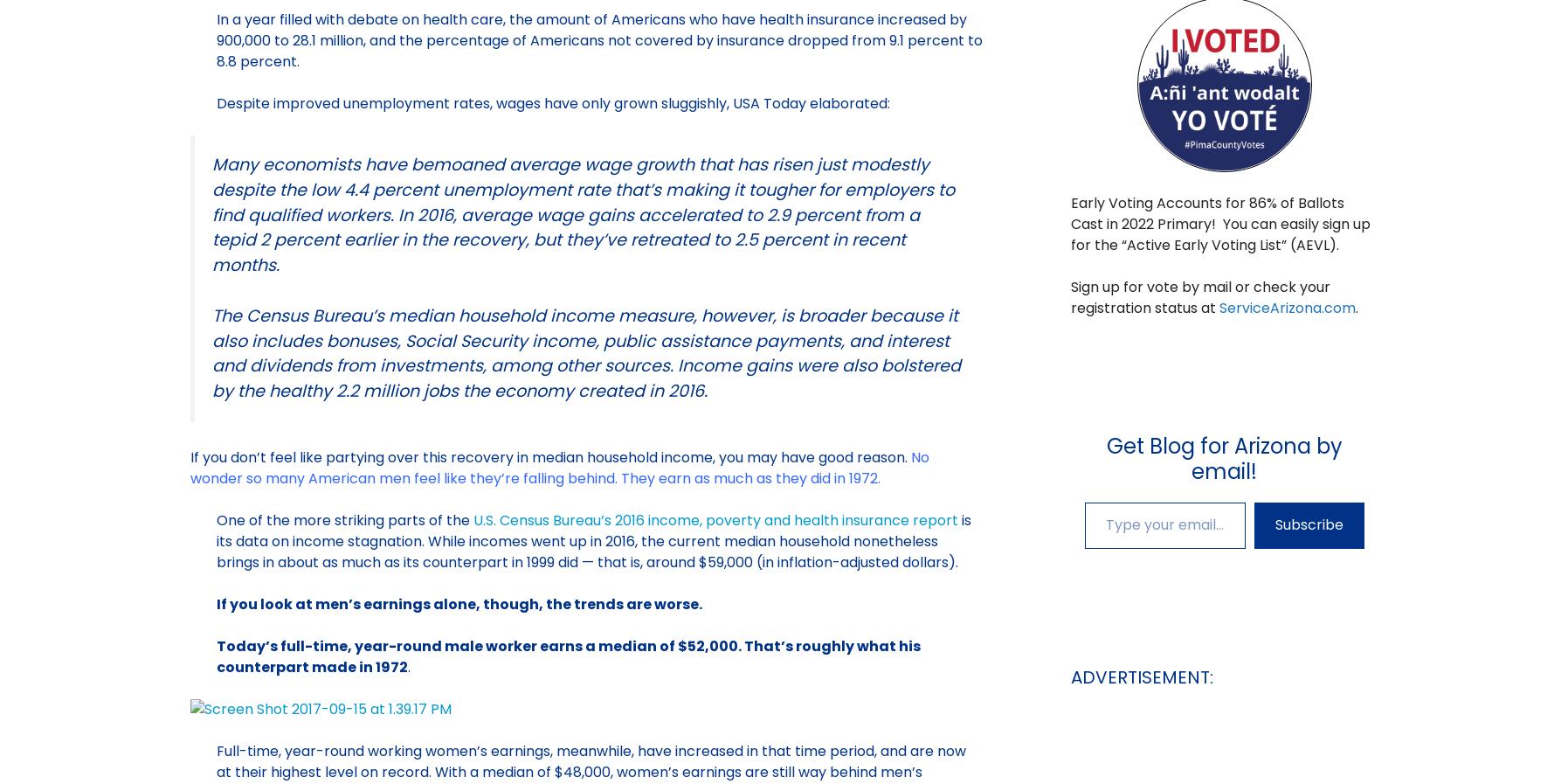 Image resolution: width=1568 pixels, height=784 pixels. What do you see at coordinates (1140, 676) in the screenshot?
I see `'Advertisement:'` at bounding box center [1140, 676].